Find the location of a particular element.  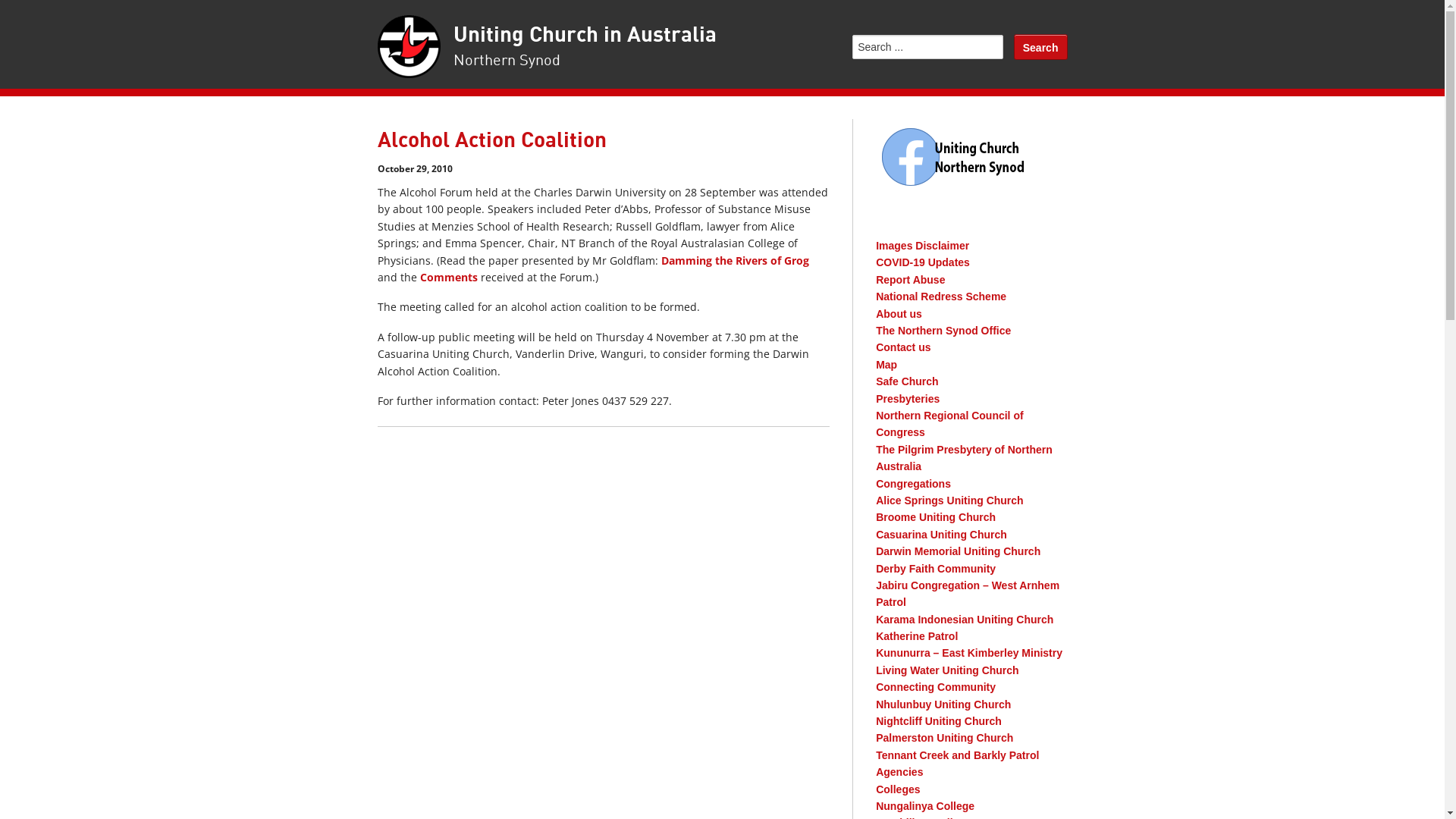

'Agencies' is located at coordinates (899, 772).